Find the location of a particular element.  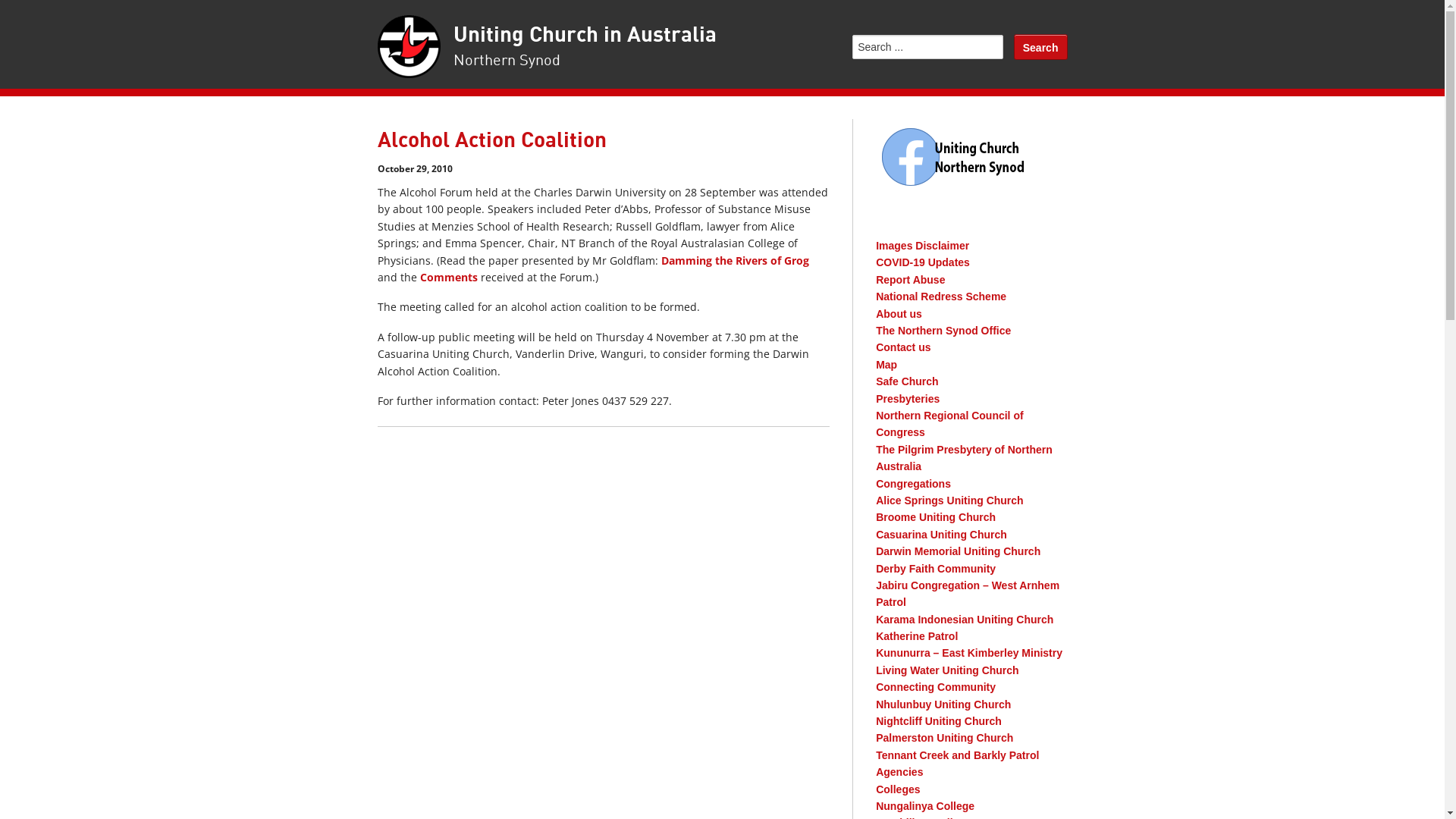

'Agencies' is located at coordinates (899, 772).